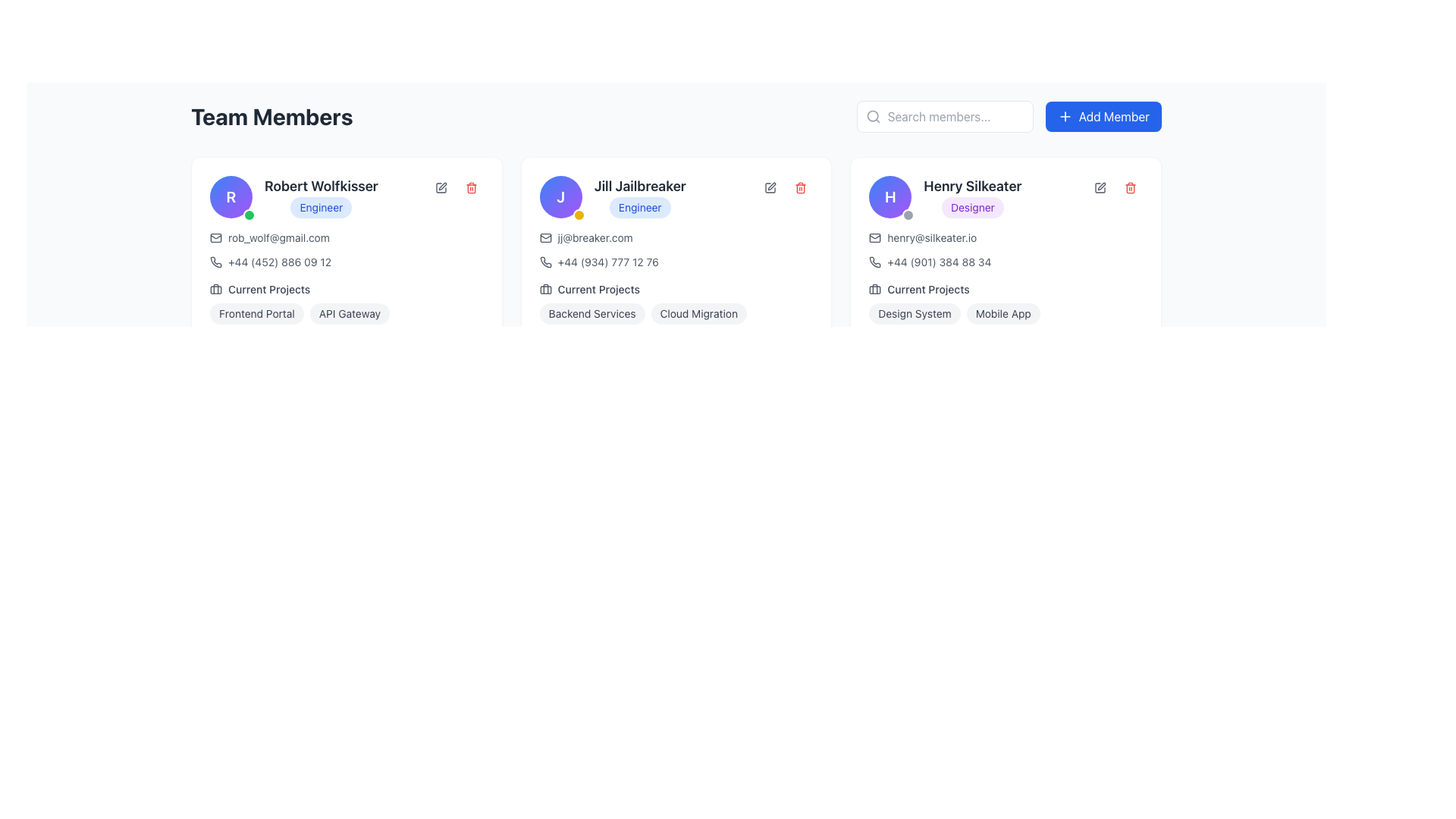 The image size is (1456, 819). What do you see at coordinates (293, 196) in the screenshot?
I see `the small blue badge labeled 'Engineer' located below the name 'Robert Wolfkisser' in the leftmost profile card of the 'Team Members' section` at bounding box center [293, 196].